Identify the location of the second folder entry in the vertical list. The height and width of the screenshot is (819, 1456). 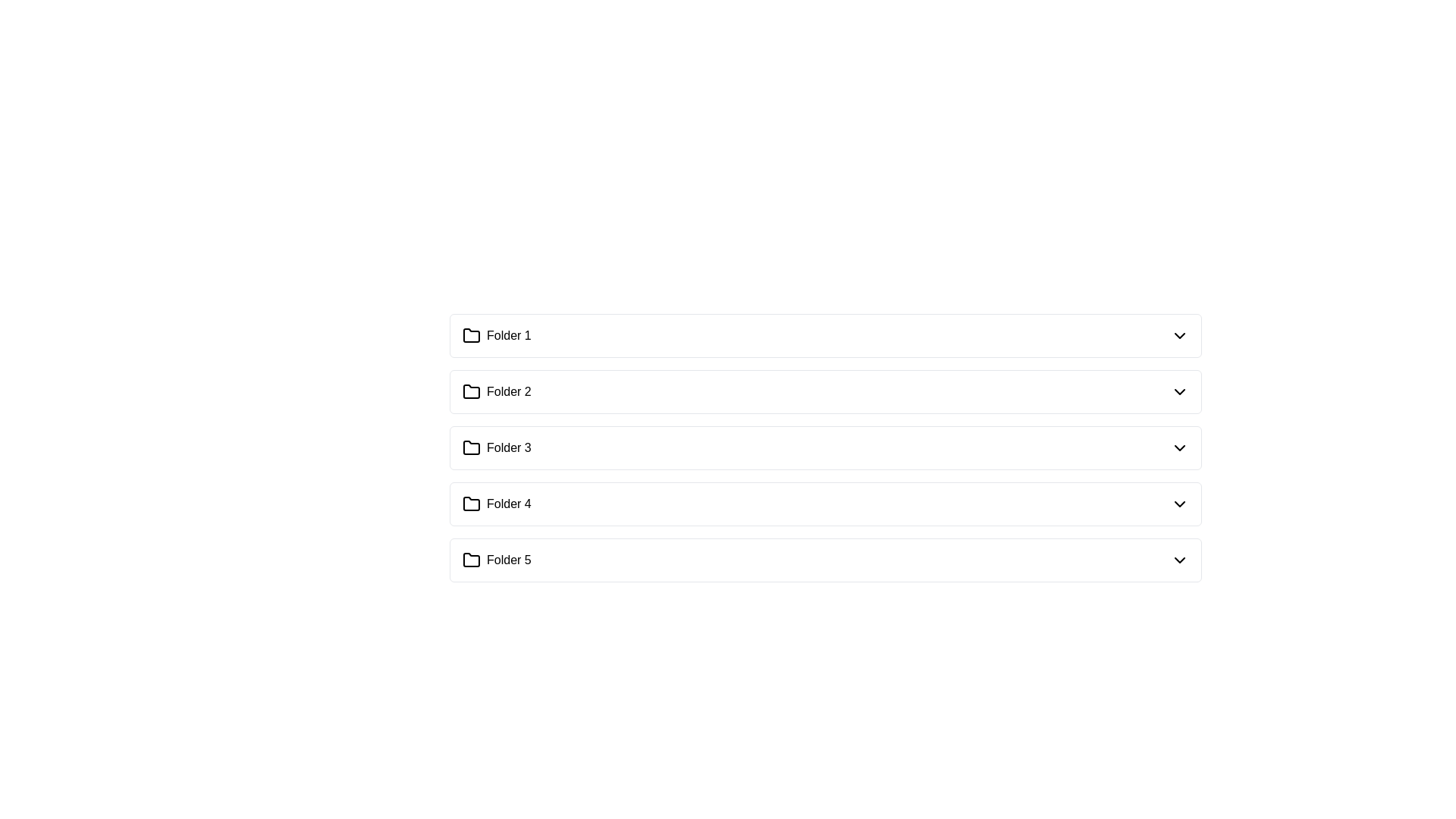
(825, 391).